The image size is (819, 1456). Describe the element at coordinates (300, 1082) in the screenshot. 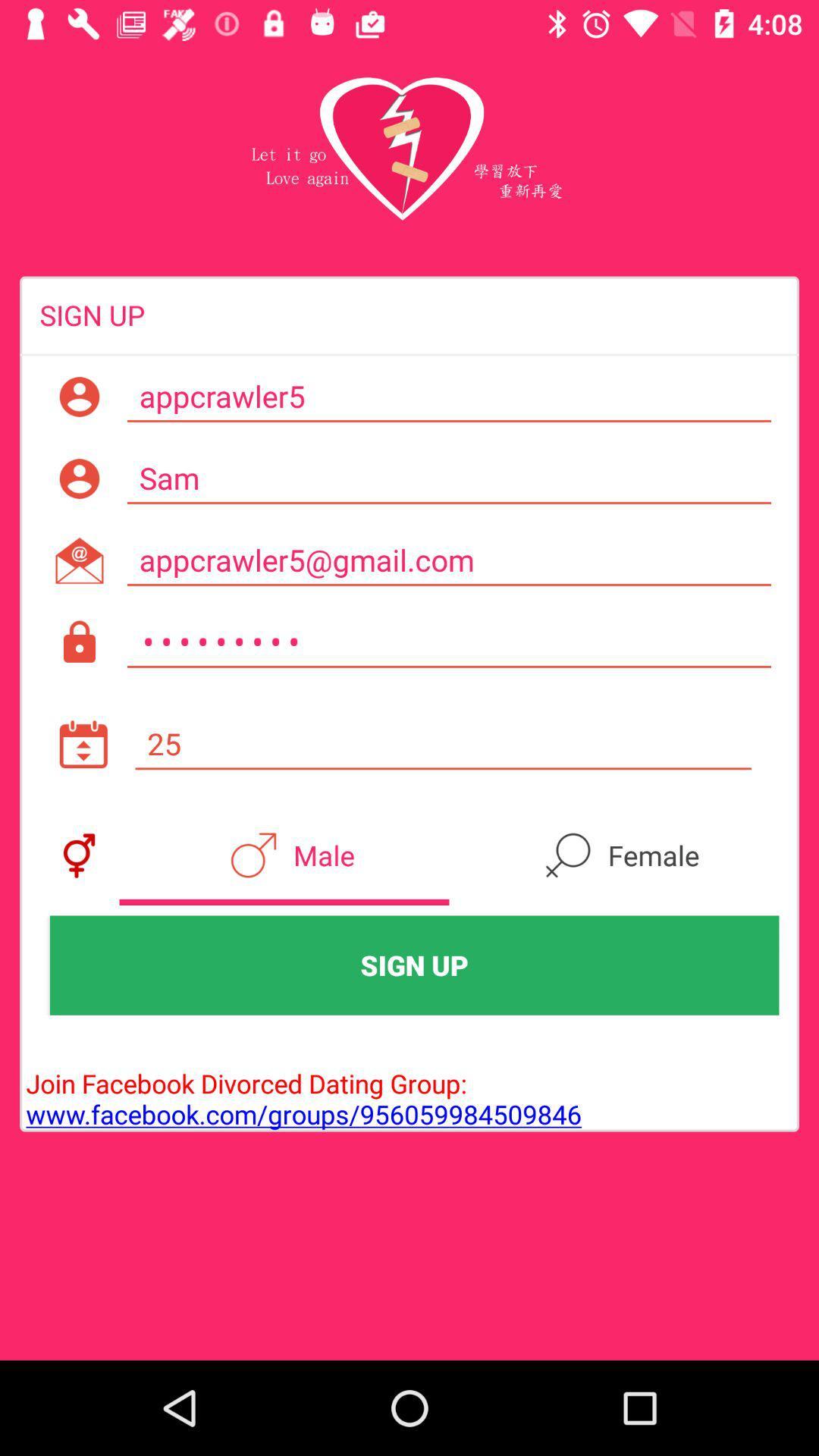

I see `icon below sign up icon` at that location.